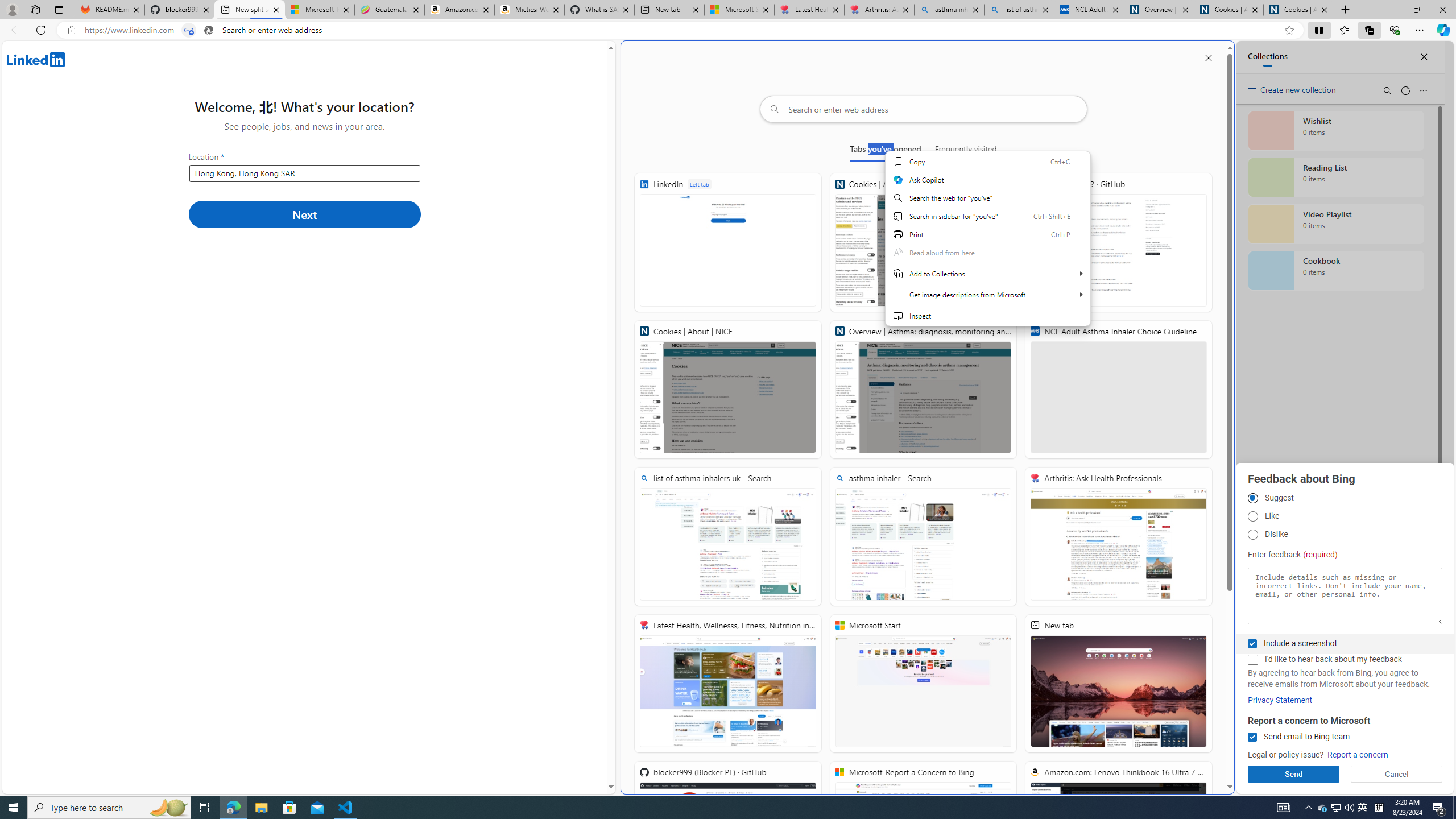 This screenshot has height=819, width=1456. What do you see at coordinates (1252, 498) in the screenshot?
I see `'Suggest'` at bounding box center [1252, 498].